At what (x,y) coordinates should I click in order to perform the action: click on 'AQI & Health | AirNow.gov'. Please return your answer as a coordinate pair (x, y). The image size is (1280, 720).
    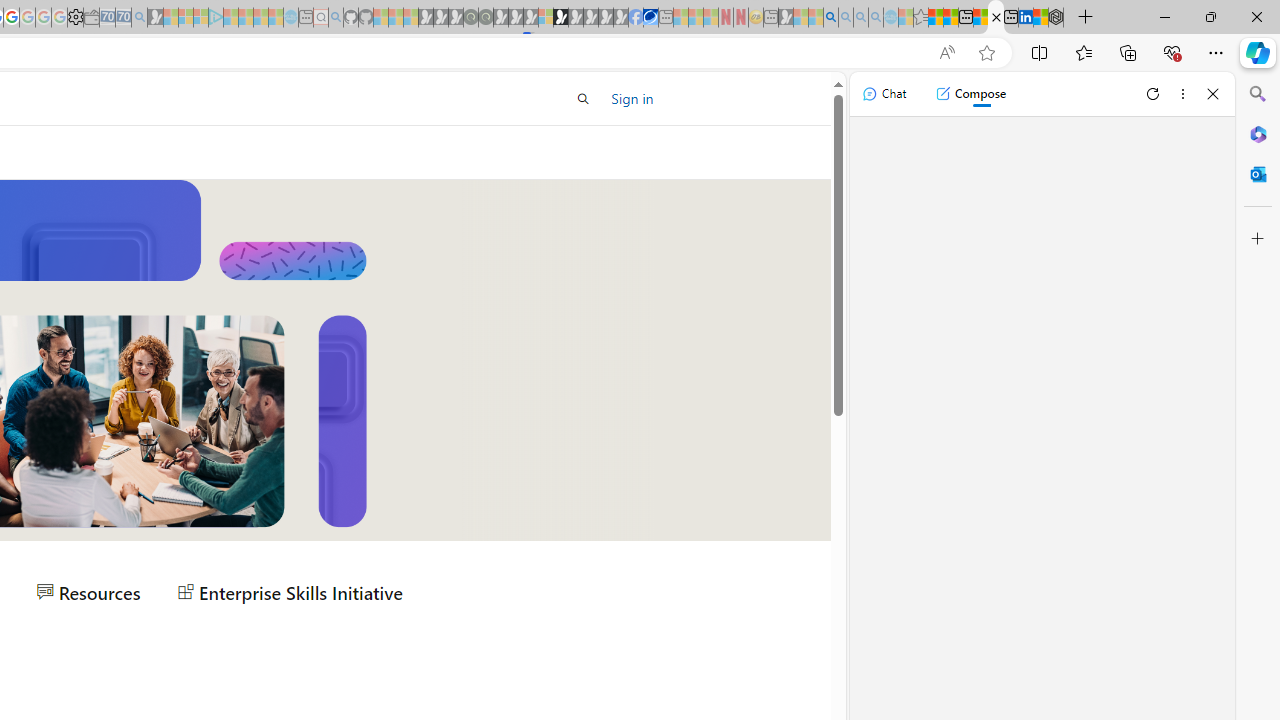
    Looking at the image, I should click on (650, 17).